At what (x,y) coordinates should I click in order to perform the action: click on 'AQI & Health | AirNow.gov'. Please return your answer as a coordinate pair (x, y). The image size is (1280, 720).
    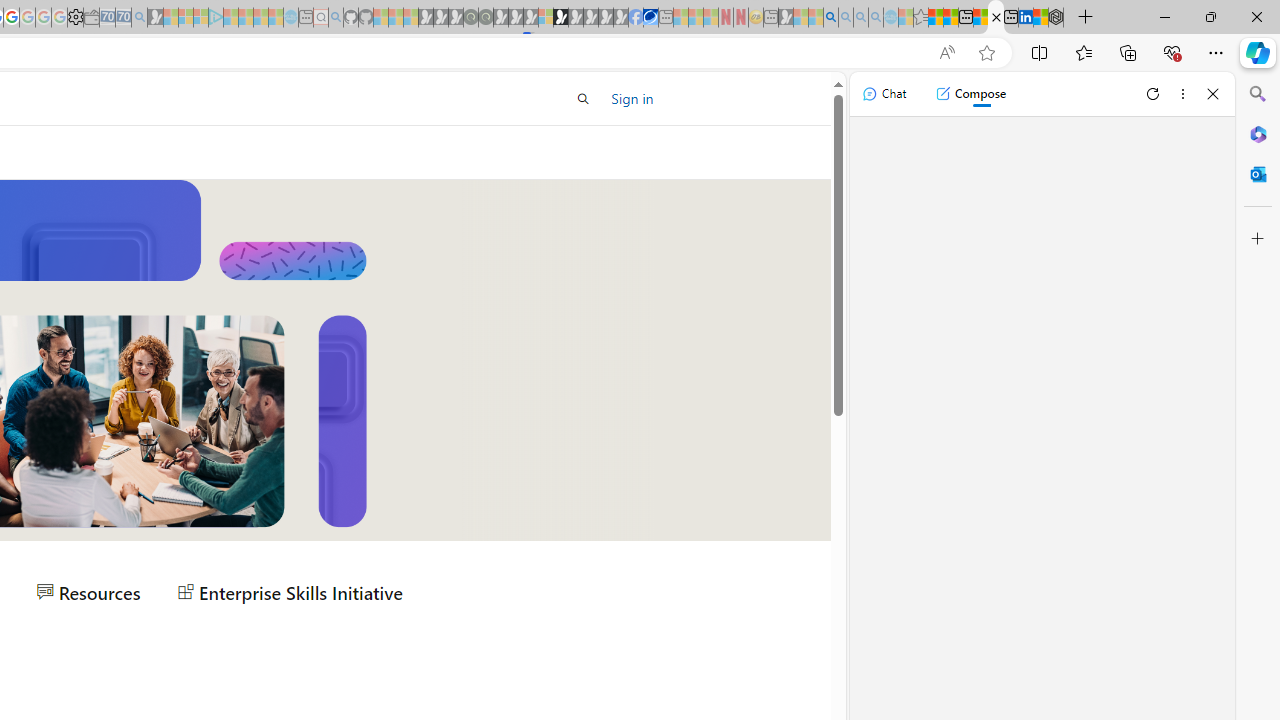
    Looking at the image, I should click on (650, 17).